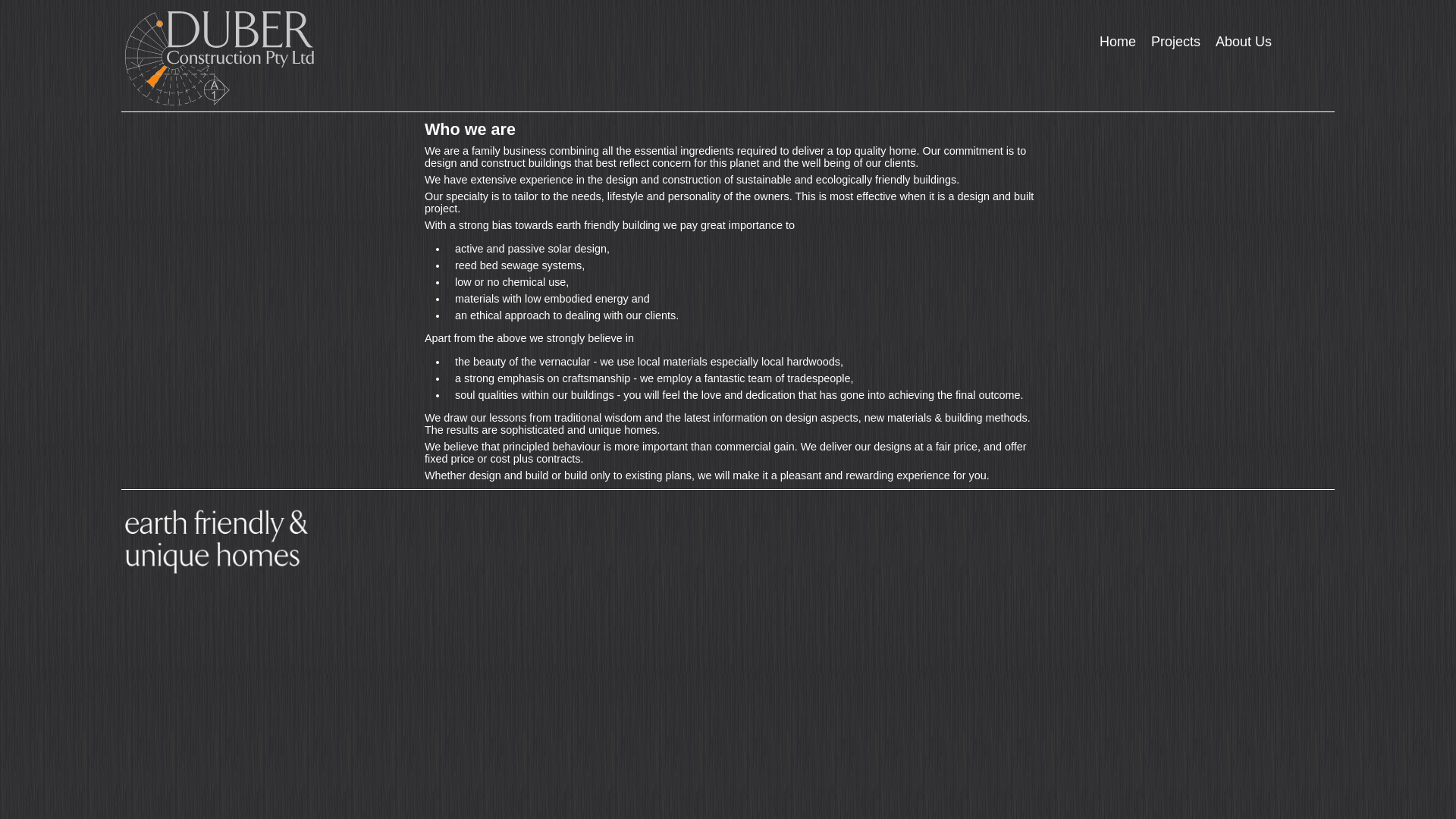 The height and width of the screenshot is (819, 1456). I want to click on 'Projects', so click(1143, 41).